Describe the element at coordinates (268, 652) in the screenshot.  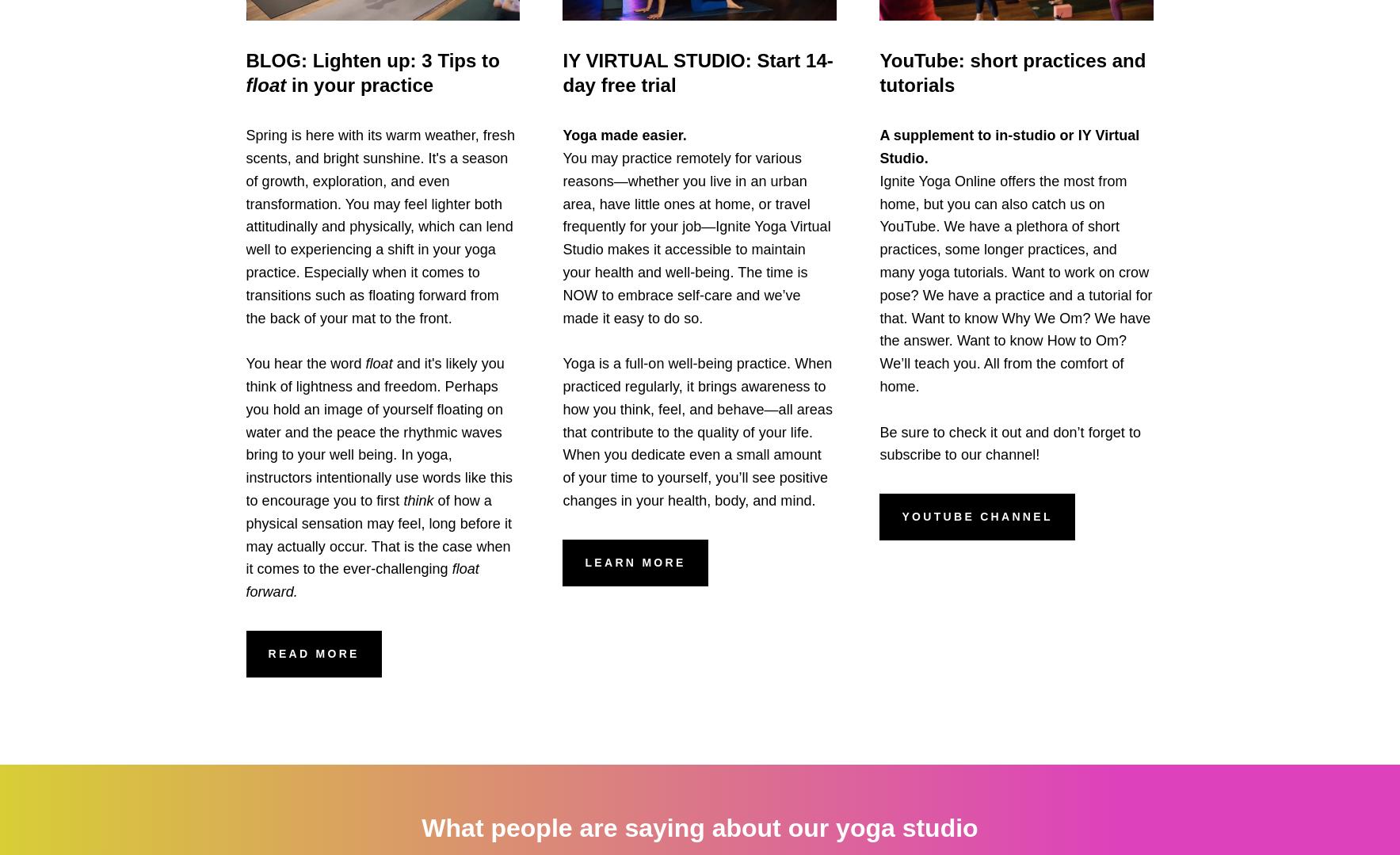
I see `'read more'` at that location.